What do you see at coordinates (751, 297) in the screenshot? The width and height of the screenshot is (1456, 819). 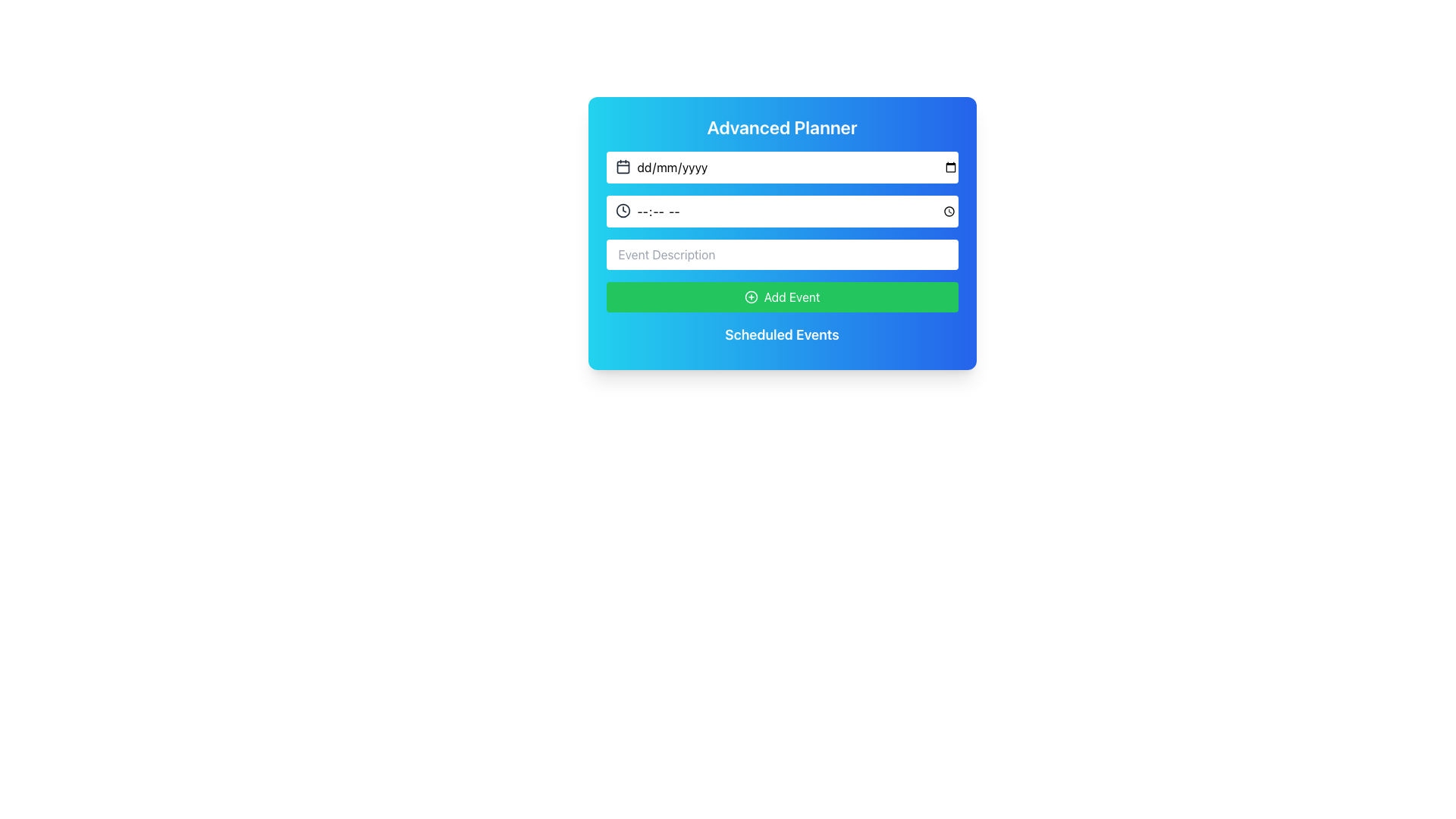 I see `the circular icon within the 'Add Event' button, which is visually complemented by the green rectangle surrounding it` at bounding box center [751, 297].